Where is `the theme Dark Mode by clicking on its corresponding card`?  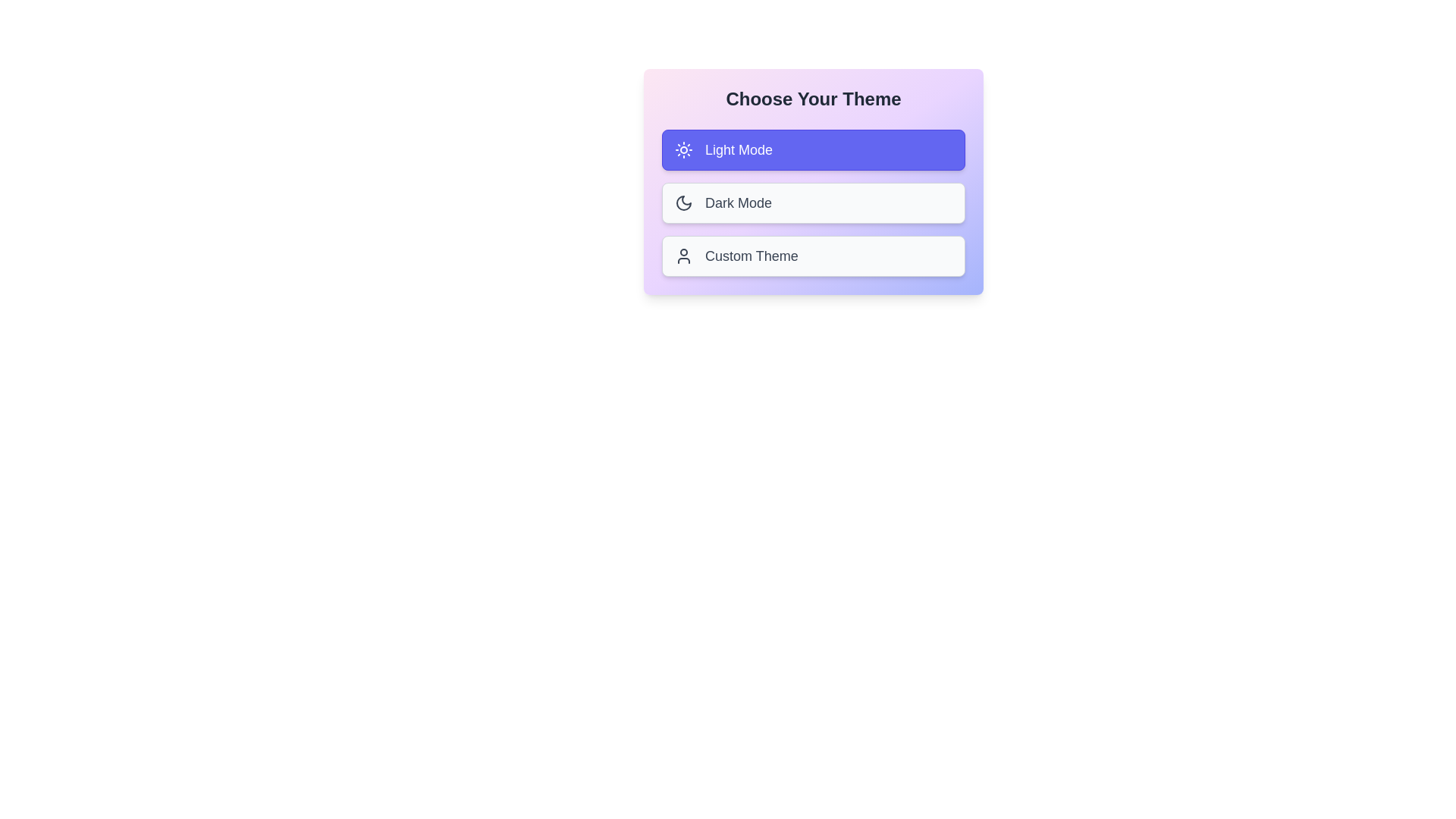 the theme Dark Mode by clicking on its corresponding card is located at coordinates (813, 202).